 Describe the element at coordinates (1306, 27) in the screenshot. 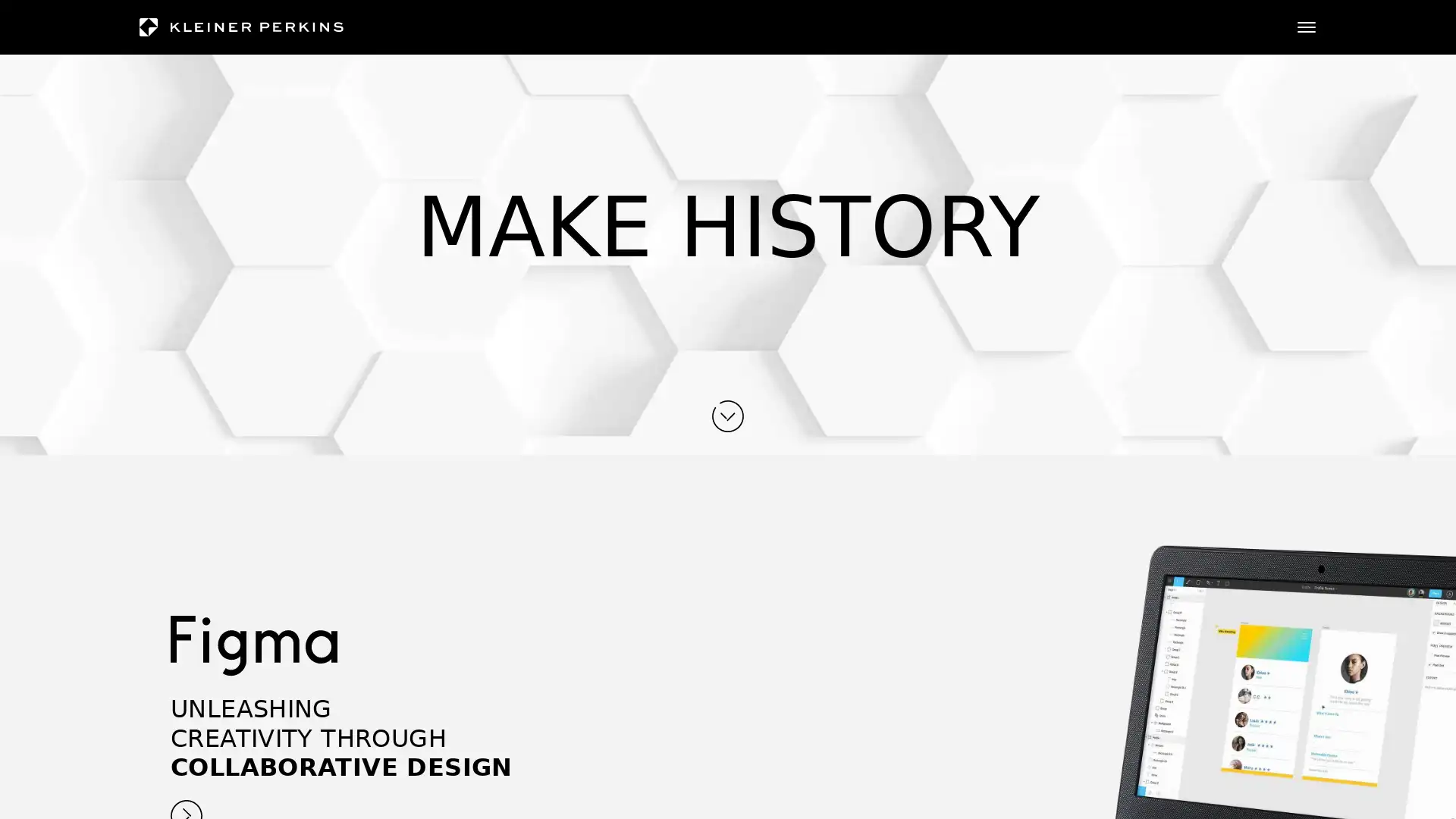

I see `Toggle navigation` at that location.